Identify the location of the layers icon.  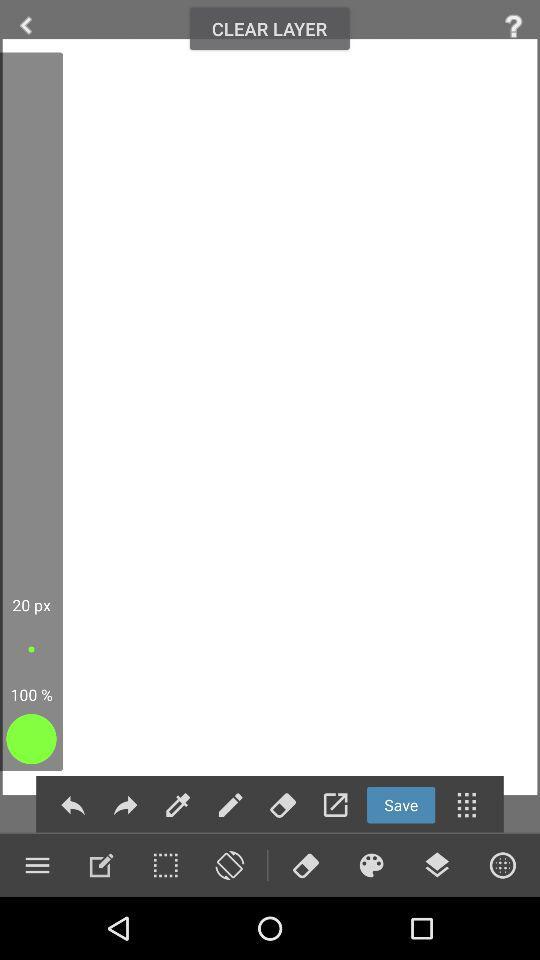
(436, 864).